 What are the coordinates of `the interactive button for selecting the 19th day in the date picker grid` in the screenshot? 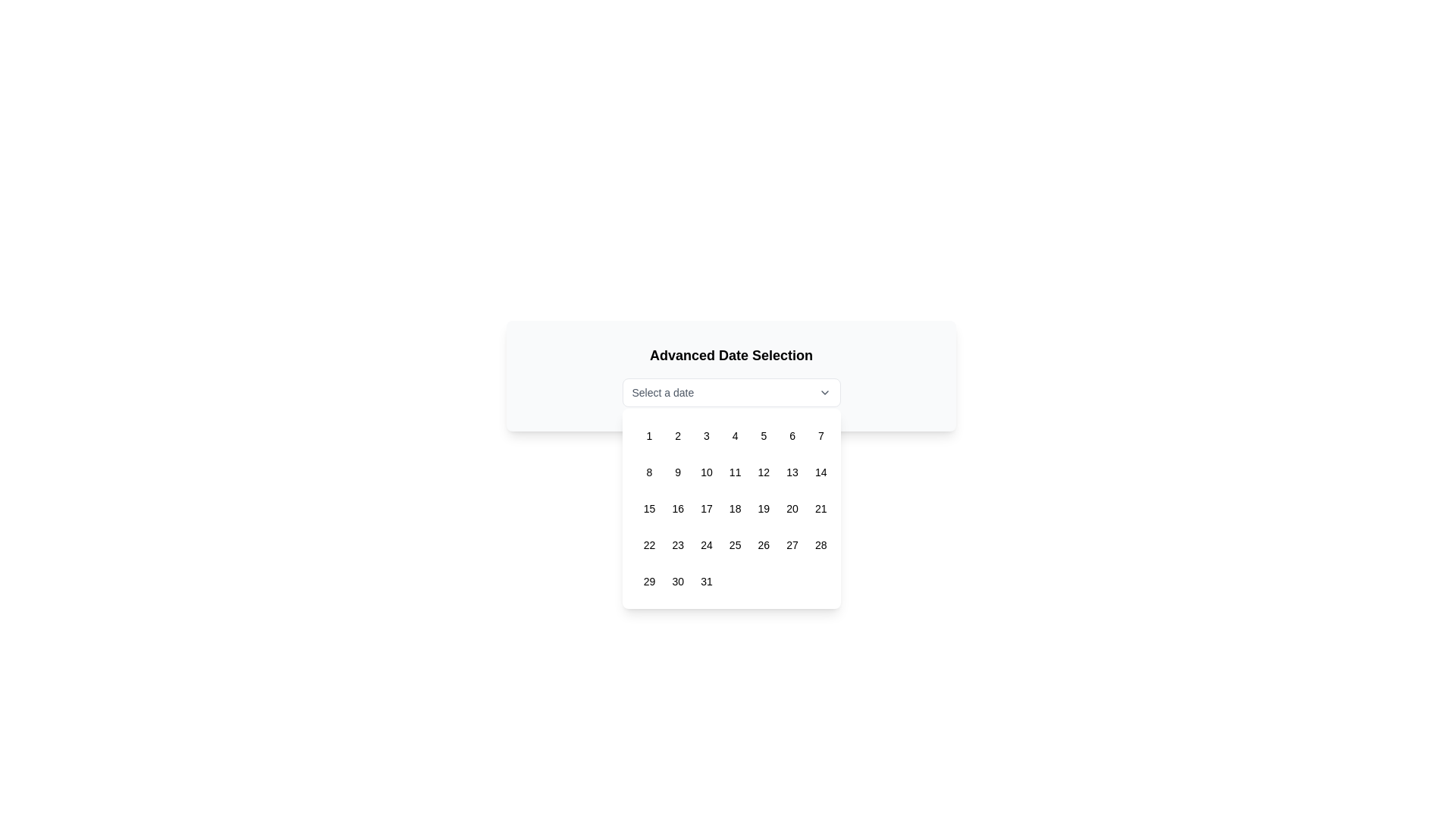 It's located at (764, 509).